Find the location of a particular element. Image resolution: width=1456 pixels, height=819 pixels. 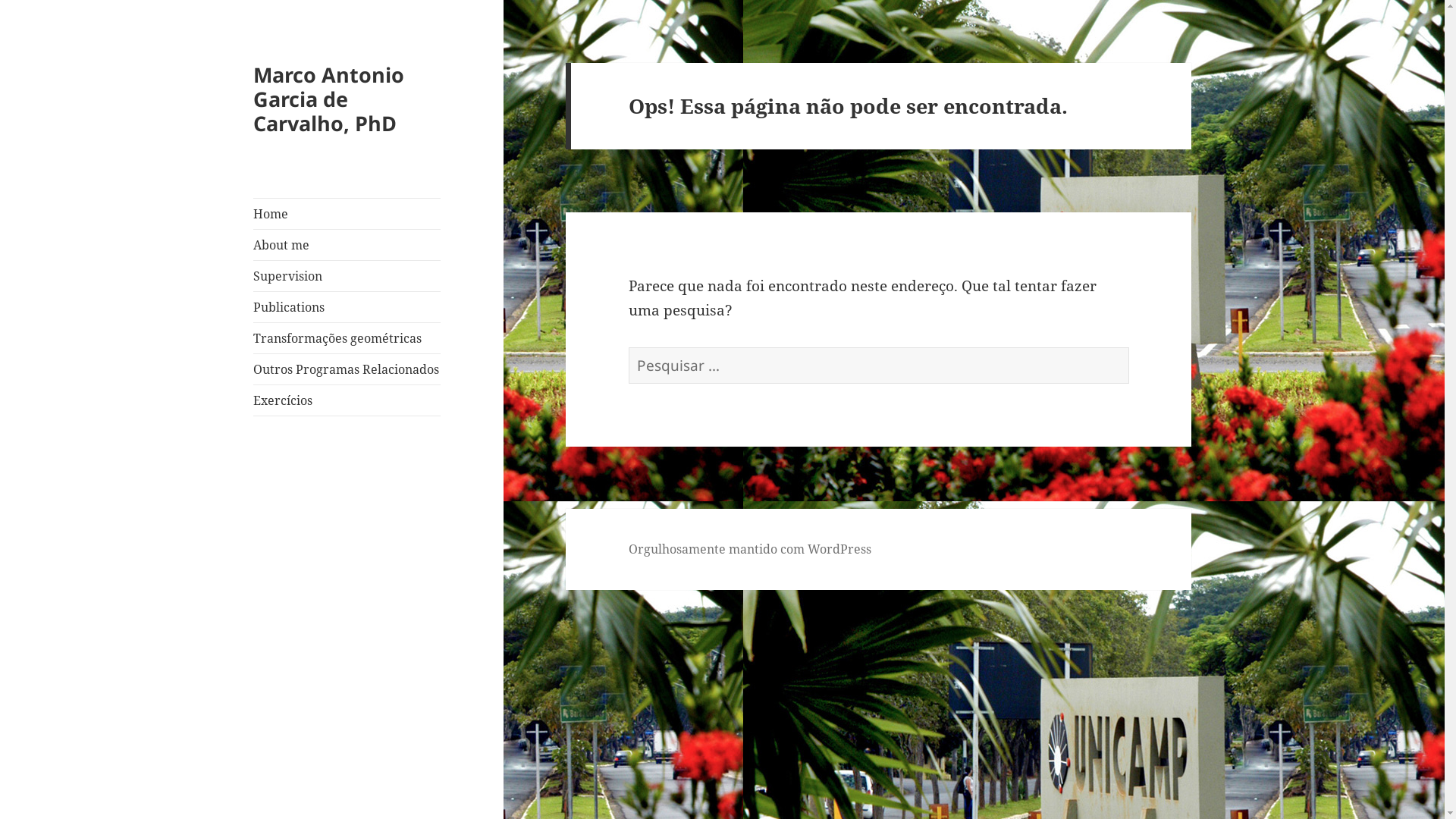

'Publications' is located at coordinates (346, 307).